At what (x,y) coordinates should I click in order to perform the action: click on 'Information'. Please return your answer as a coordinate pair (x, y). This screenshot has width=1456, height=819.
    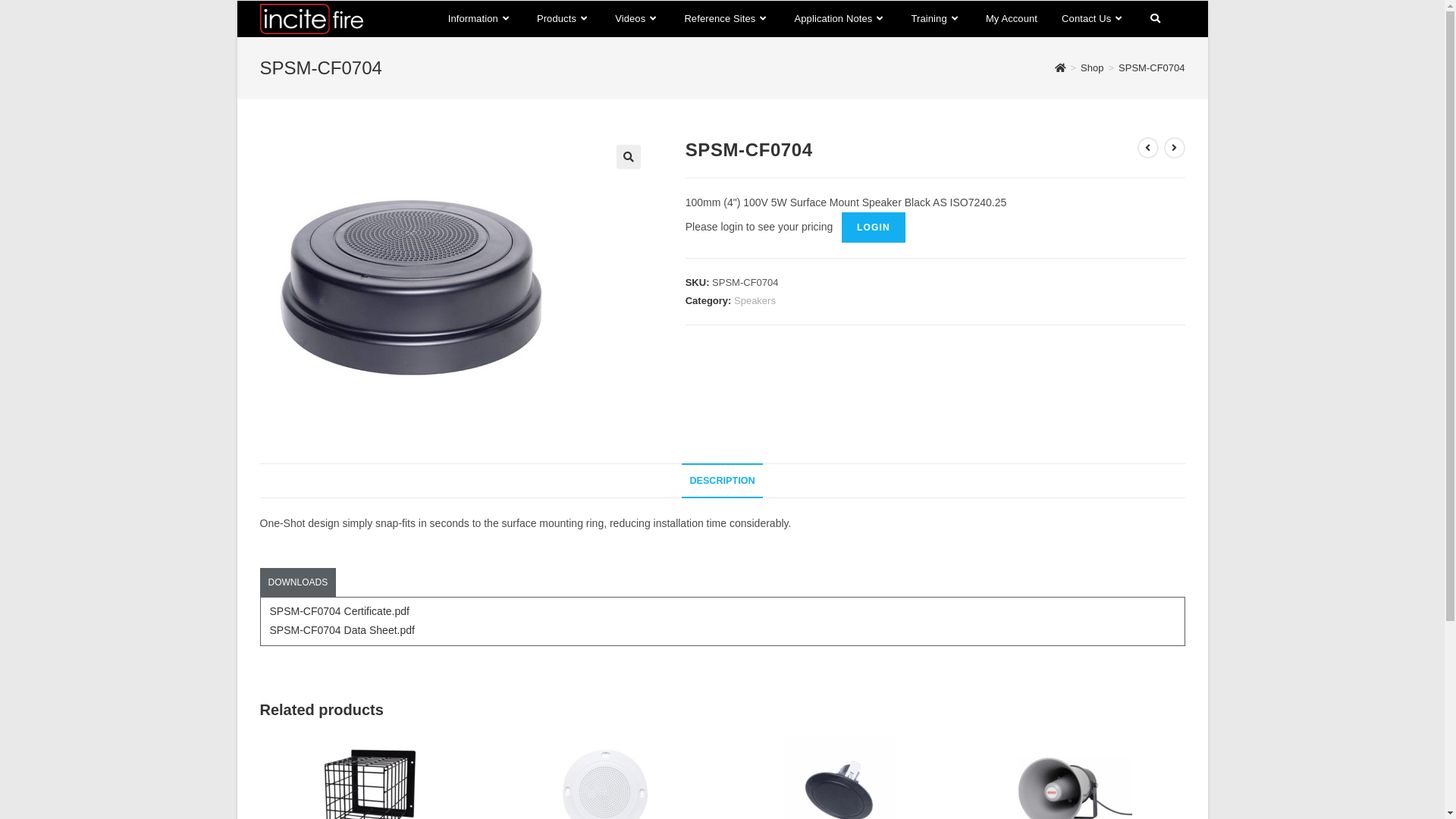
    Looking at the image, I should click on (435, 18).